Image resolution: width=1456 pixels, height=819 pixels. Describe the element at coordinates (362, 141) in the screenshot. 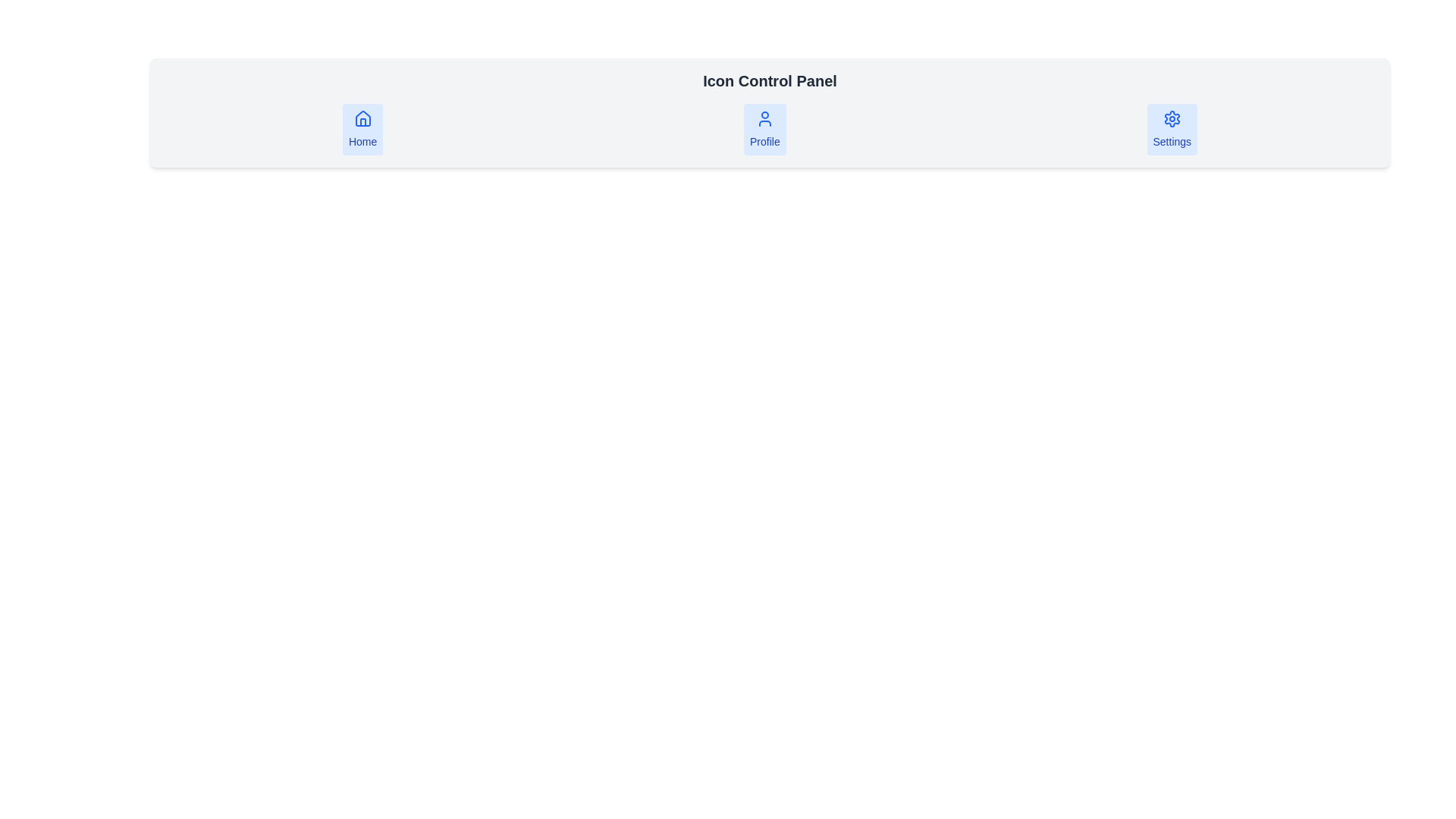

I see `the 'Home' text label, which is styled in blue and positioned directly beneath a house-shaped icon` at that location.